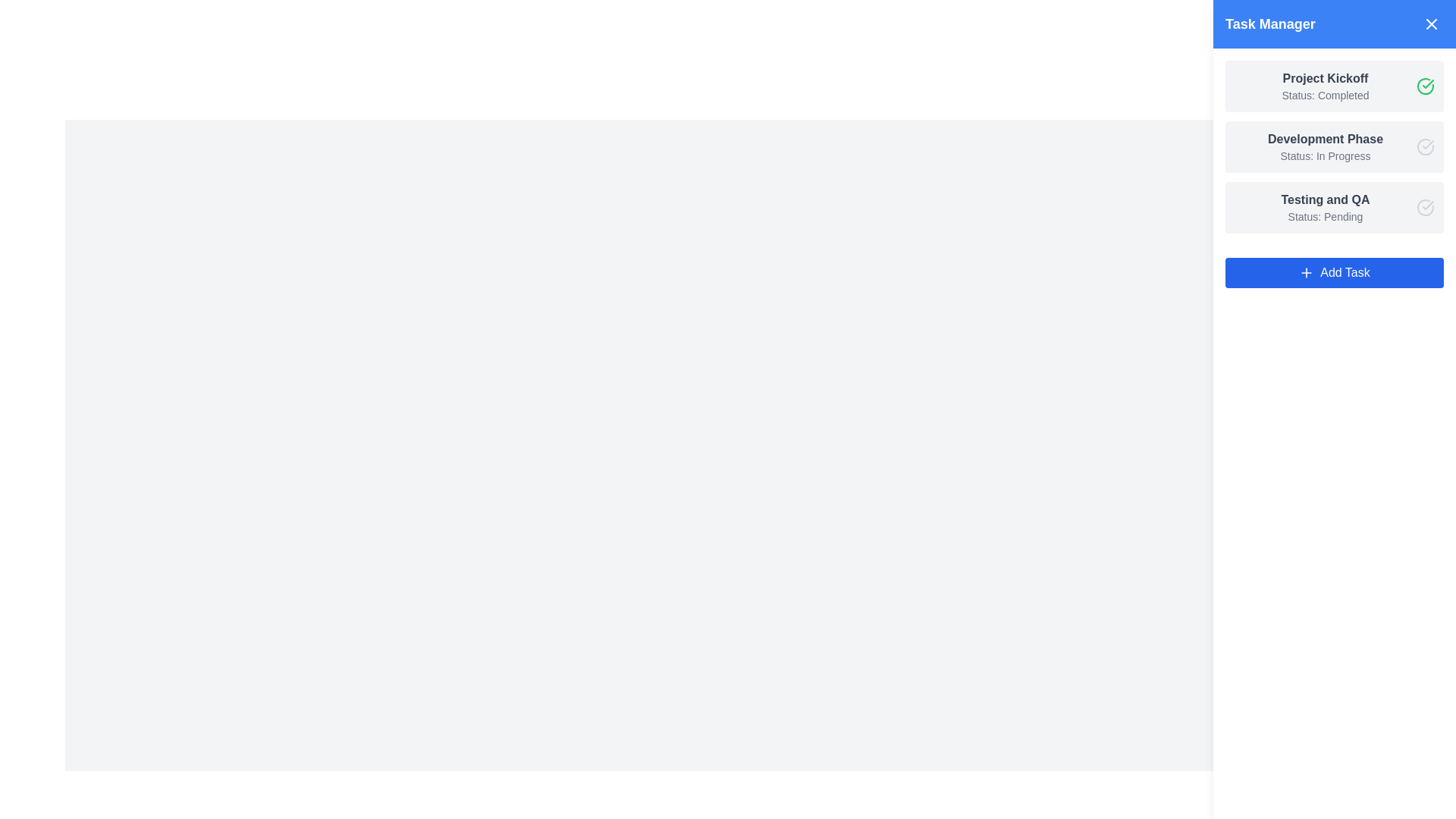 The width and height of the screenshot is (1456, 819). I want to click on title text of the first task card located in the task panel on the right side of the interface, positioned above the status text 'Status: Completed', so click(1324, 79).